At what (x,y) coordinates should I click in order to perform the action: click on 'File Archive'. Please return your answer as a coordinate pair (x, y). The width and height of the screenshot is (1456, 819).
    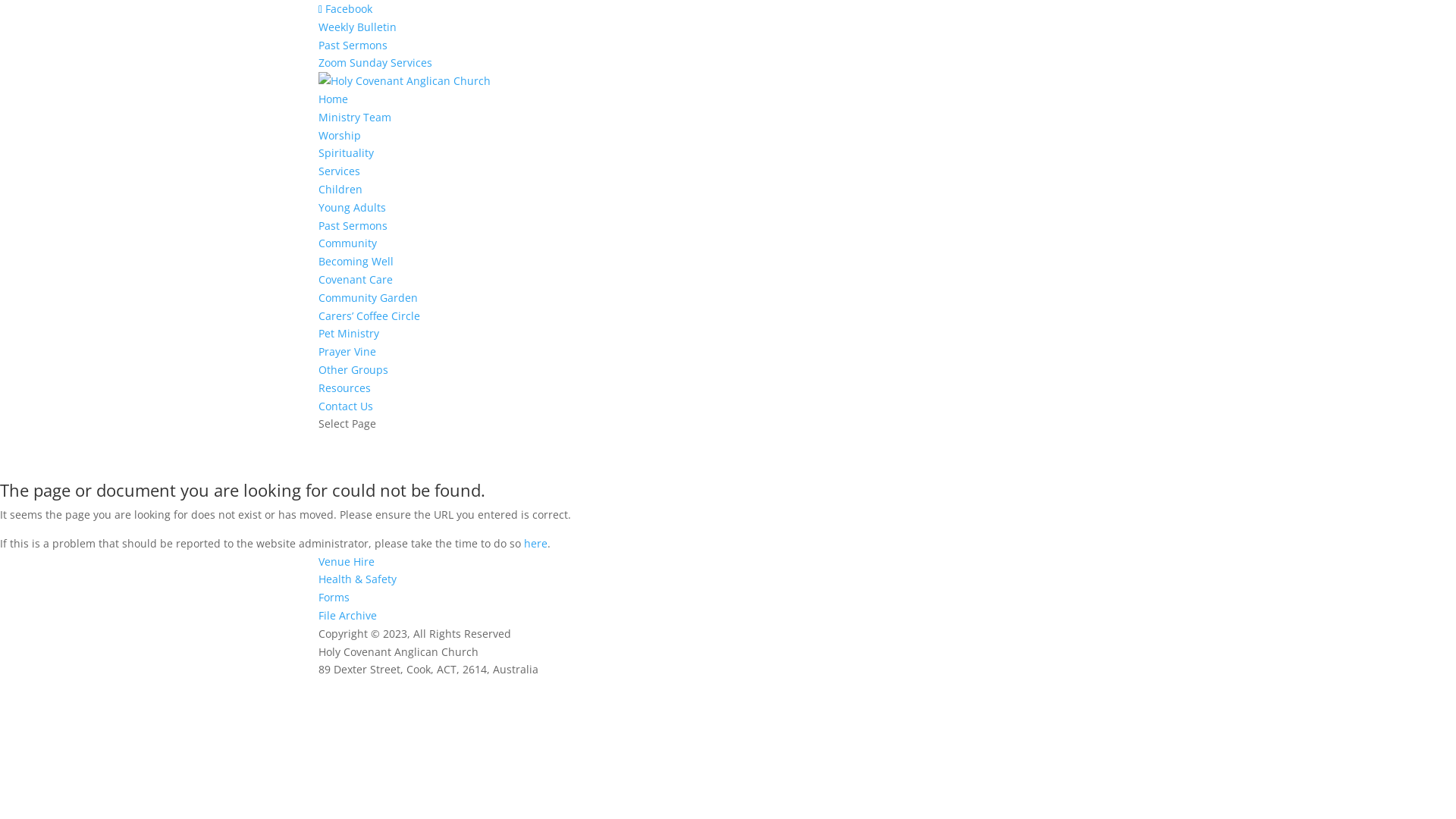
    Looking at the image, I should click on (347, 615).